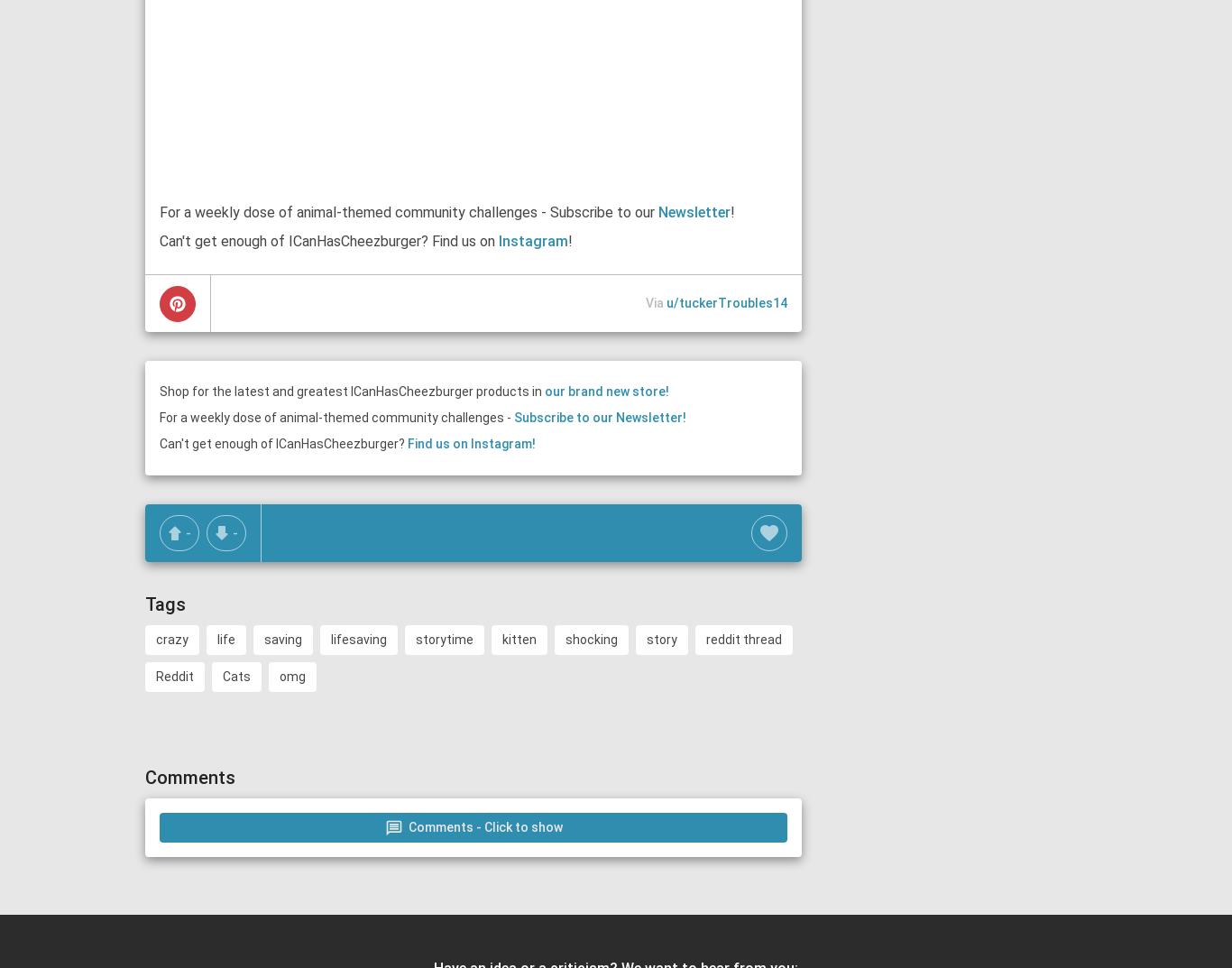 The height and width of the screenshot is (968, 1232). Describe the element at coordinates (358, 640) in the screenshot. I see `'lifesaving'` at that location.